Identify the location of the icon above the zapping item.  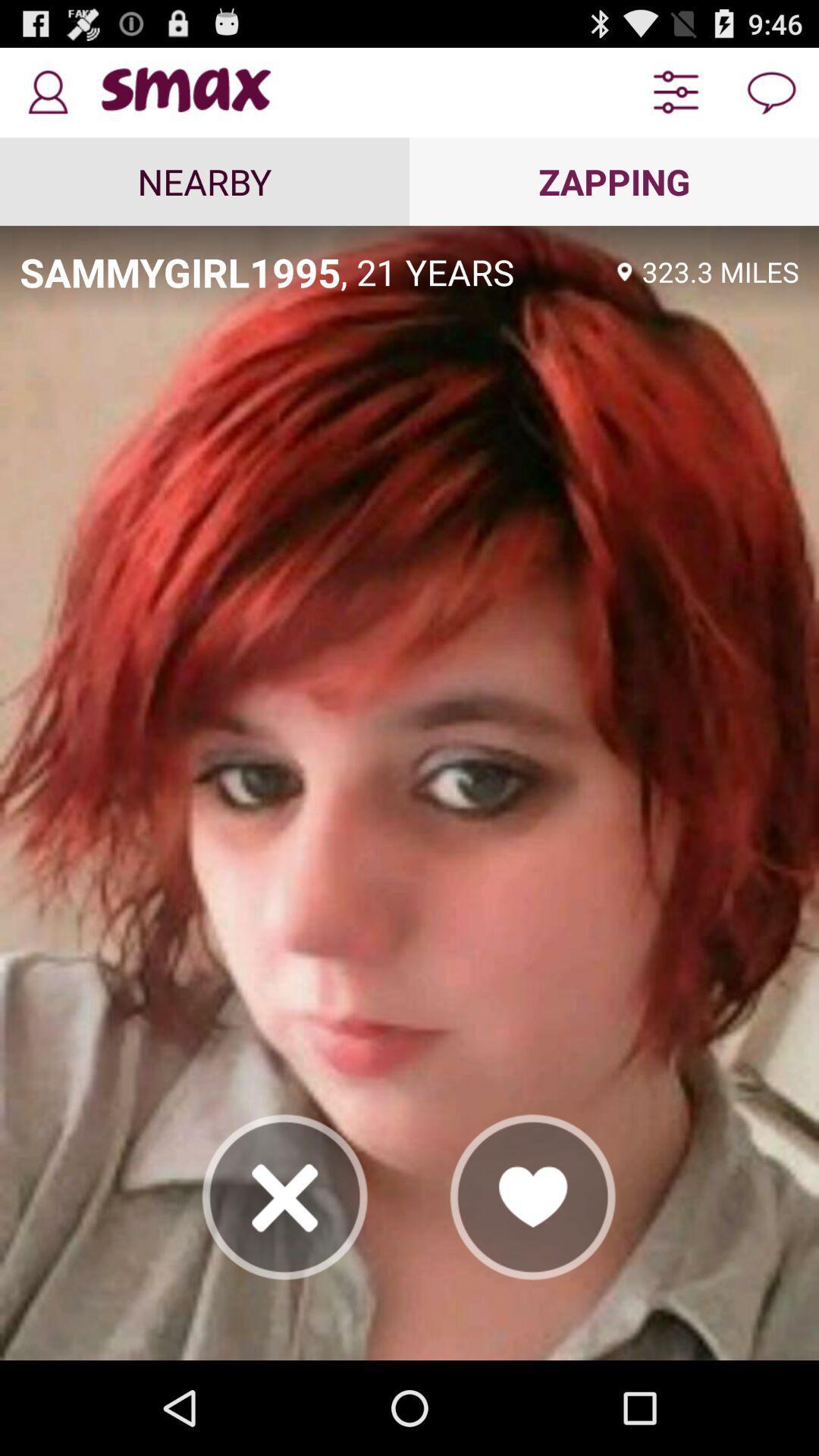
(675, 92).